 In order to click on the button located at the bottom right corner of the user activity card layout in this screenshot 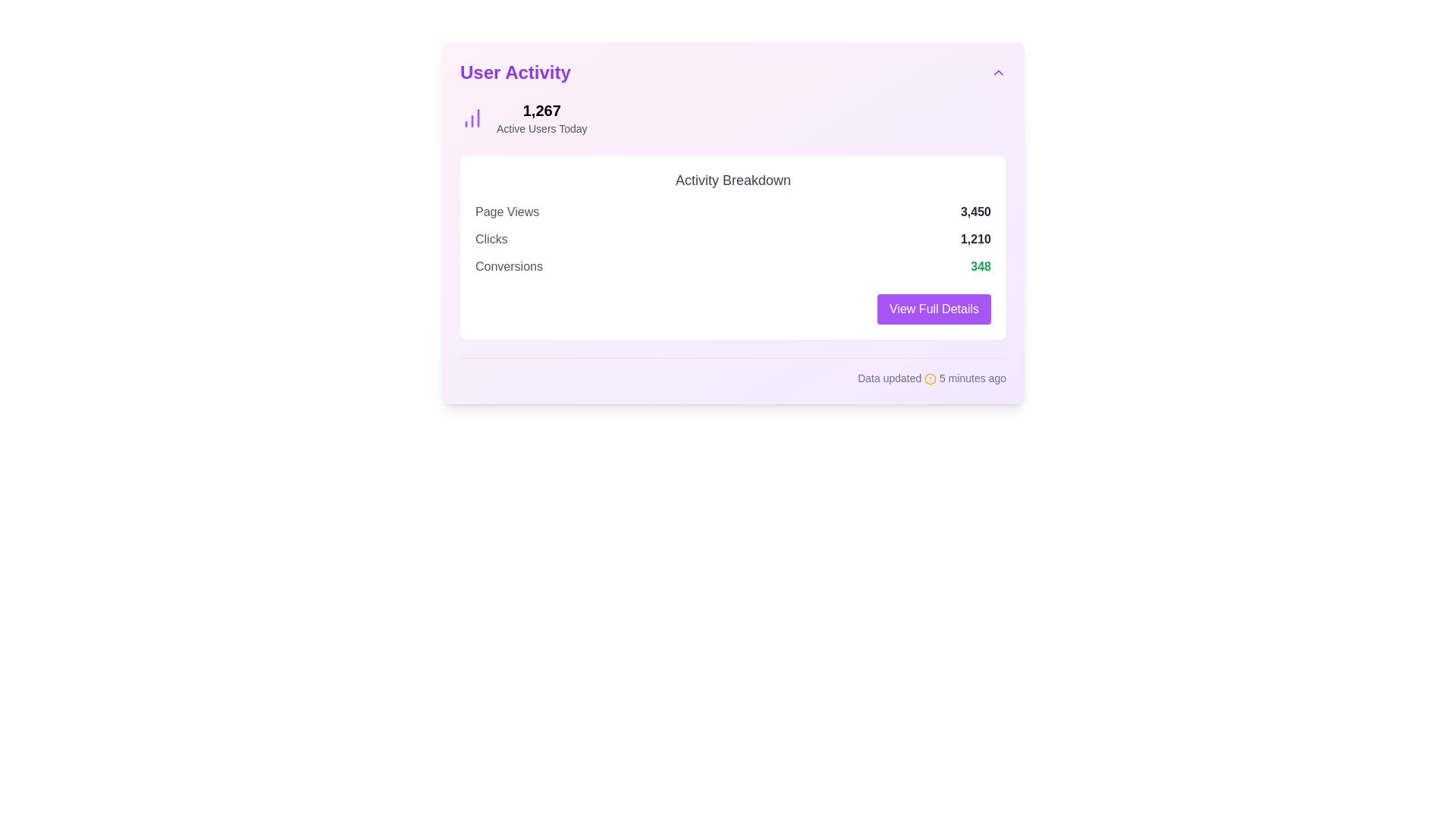, I will do `click(934, 309)`.